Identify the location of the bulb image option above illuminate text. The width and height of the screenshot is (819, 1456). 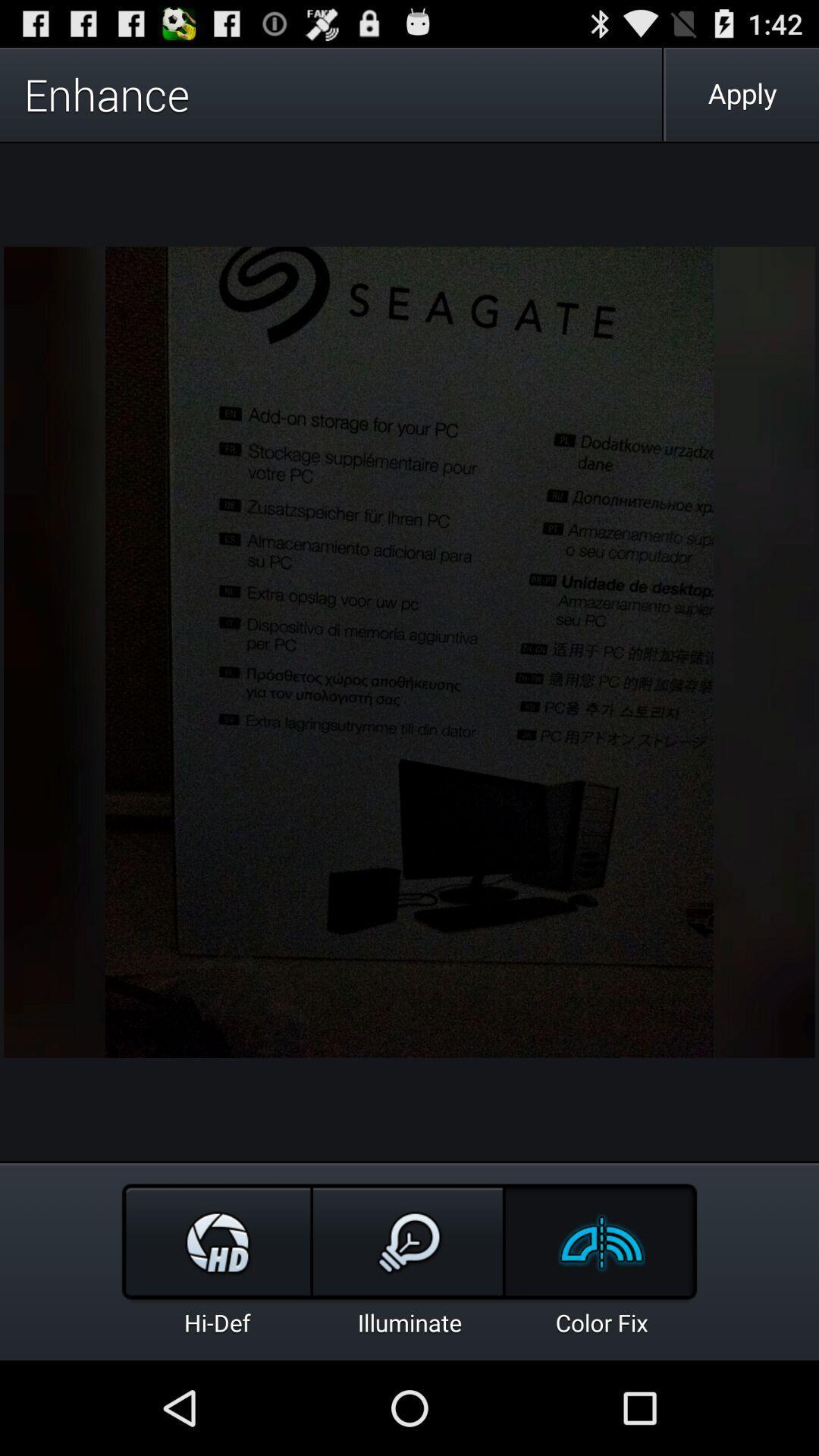
(409, 1244).